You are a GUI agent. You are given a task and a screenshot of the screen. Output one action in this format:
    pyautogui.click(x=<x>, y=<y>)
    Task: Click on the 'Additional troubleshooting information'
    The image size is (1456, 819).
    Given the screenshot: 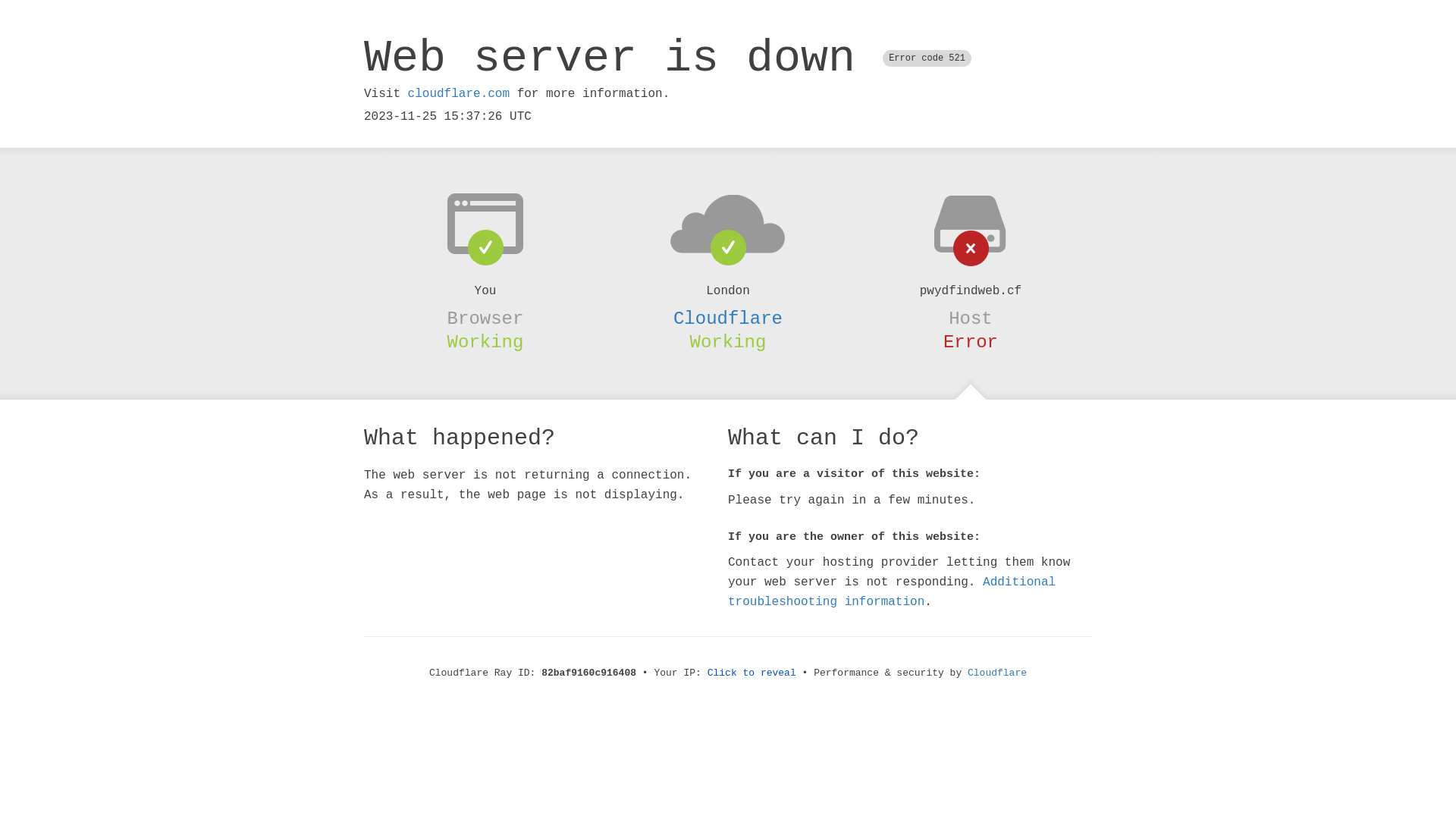 What is the action you would take?
    pyautogui.click(x=892, y=591)
    